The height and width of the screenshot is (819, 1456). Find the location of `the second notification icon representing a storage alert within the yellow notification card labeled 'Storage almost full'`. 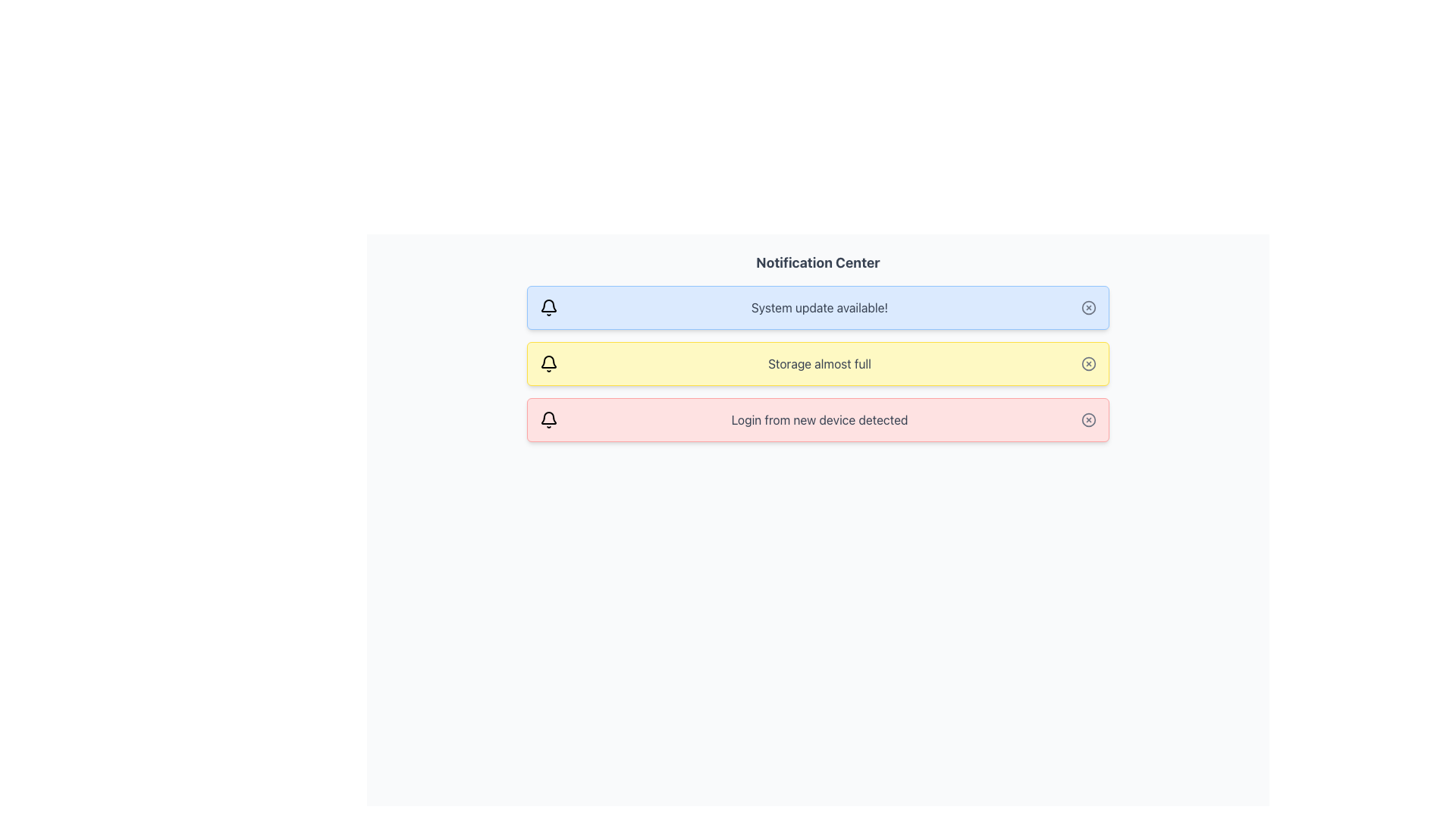

the second notification icon representing a storage alert within the yellow notification card labeled 'Storage almost full' is located at coordinates (548, 362).